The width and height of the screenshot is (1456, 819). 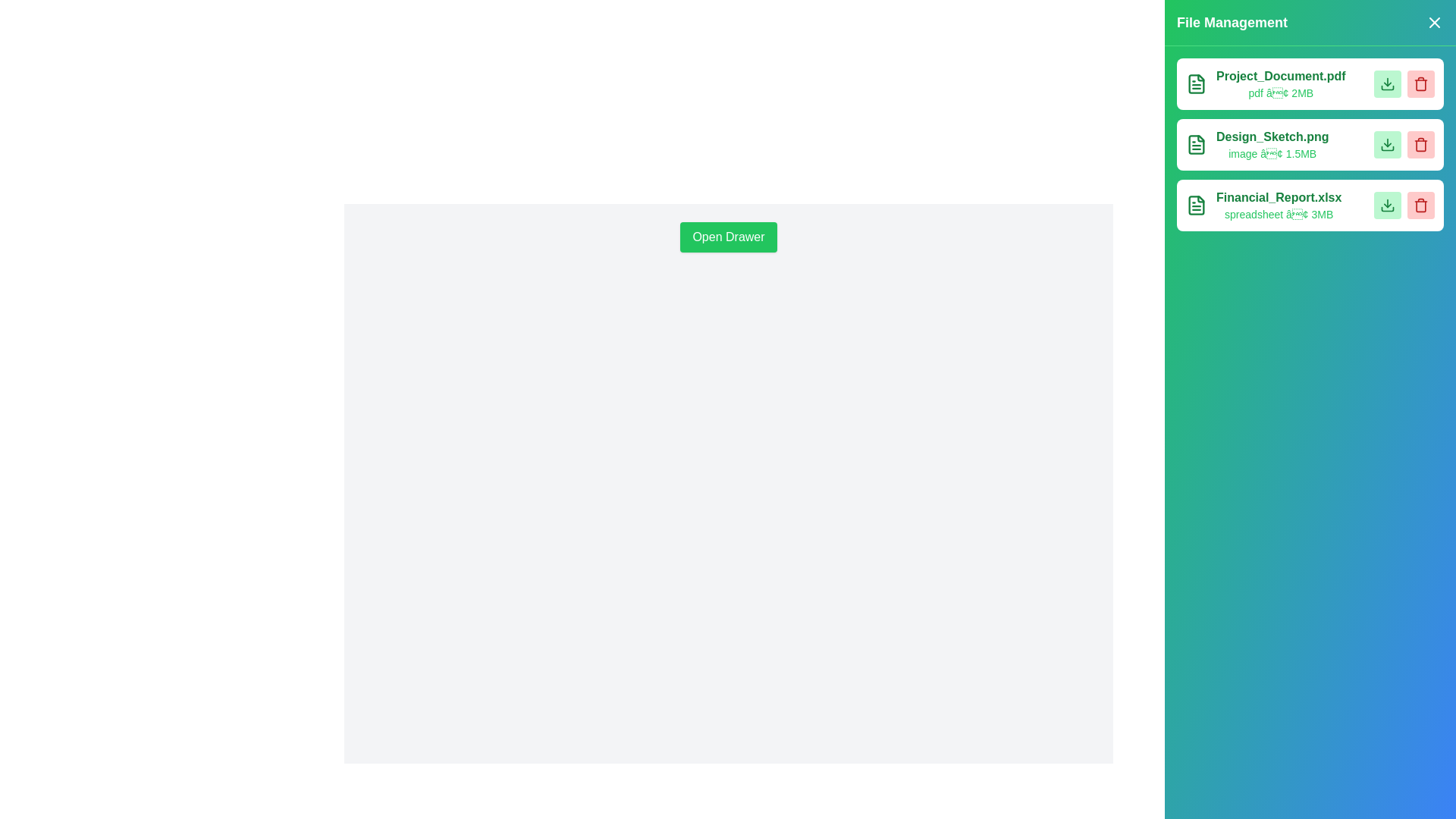 What do you see at coordinates (1387, 205) in the screenshot?
I see `the 'Download' button for the file Financial_Report.xlsx` at bounding box center [1387, 205].